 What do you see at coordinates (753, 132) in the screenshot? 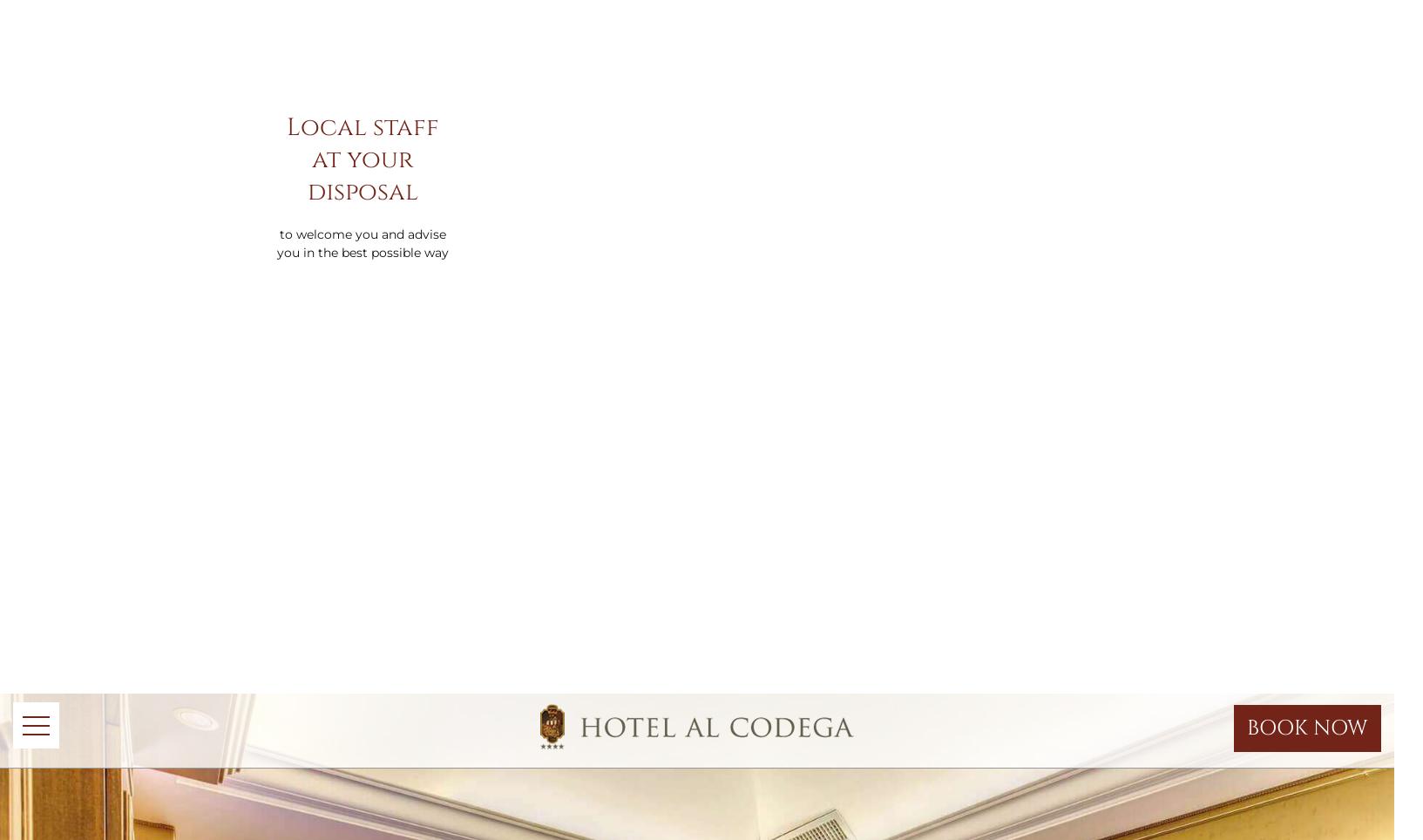
I see `'Cookie Policy'` at bounding box center [753, 132].